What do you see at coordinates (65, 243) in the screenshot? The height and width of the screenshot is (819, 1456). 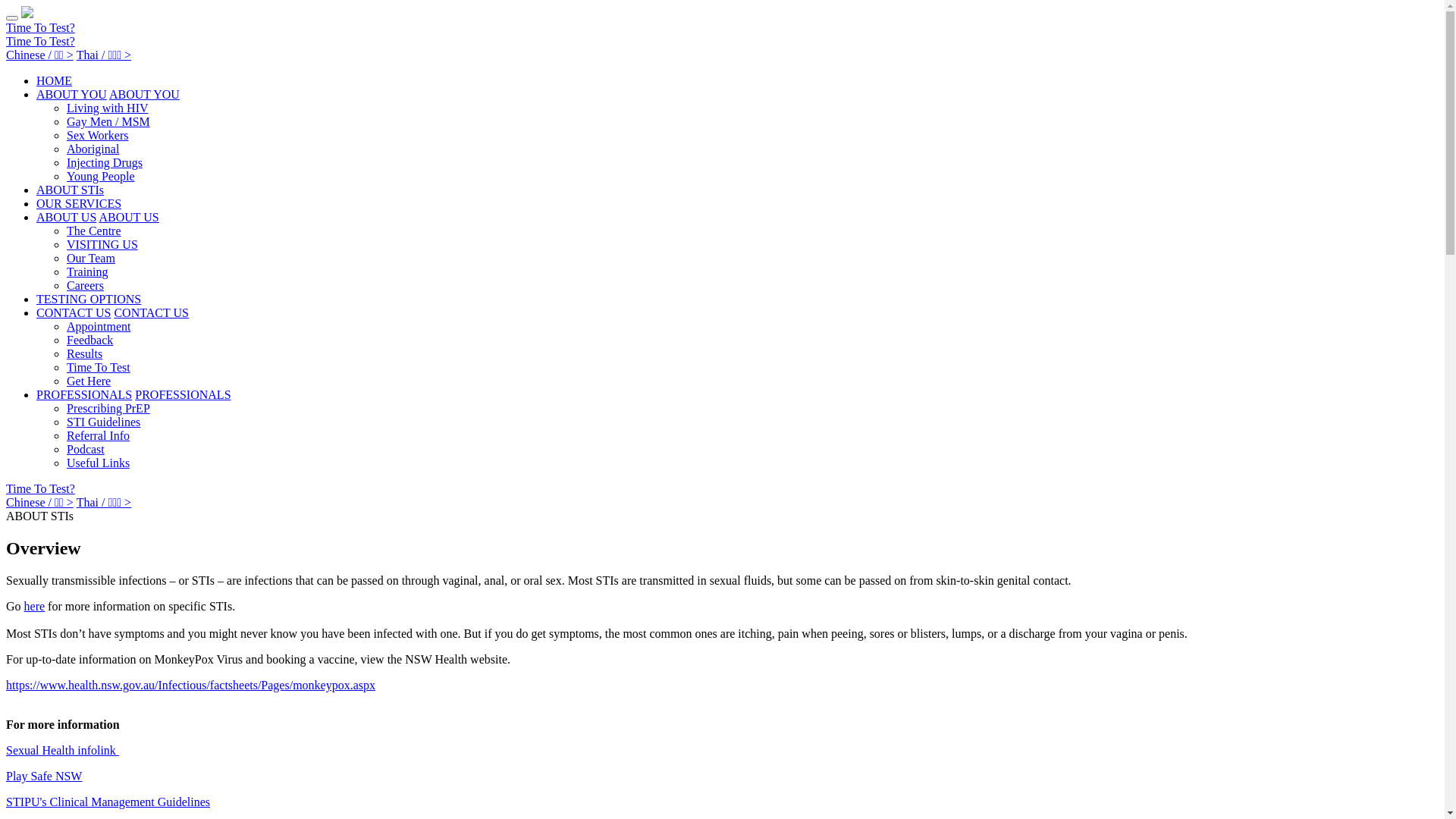 I see `'VISITING US'` at bounding box center [65, 243].